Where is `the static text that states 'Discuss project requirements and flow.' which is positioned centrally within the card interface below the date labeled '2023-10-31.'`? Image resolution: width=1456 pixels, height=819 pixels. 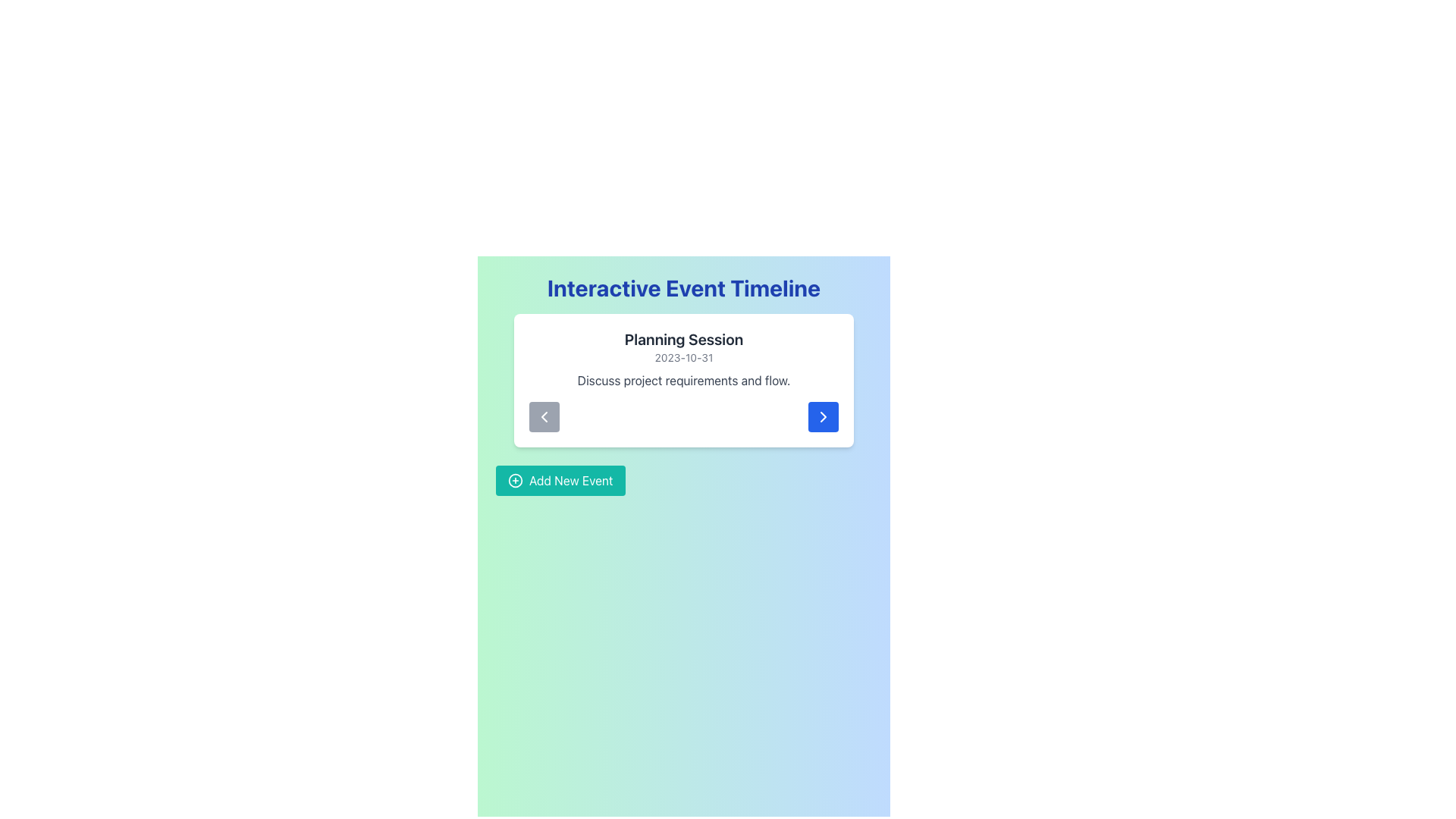 the static text that states 'Discuss project requirements and flow.' which is positioned centrally within the card interface below the date labeled '2023-10-31.' is located at coordinates (683, 379).